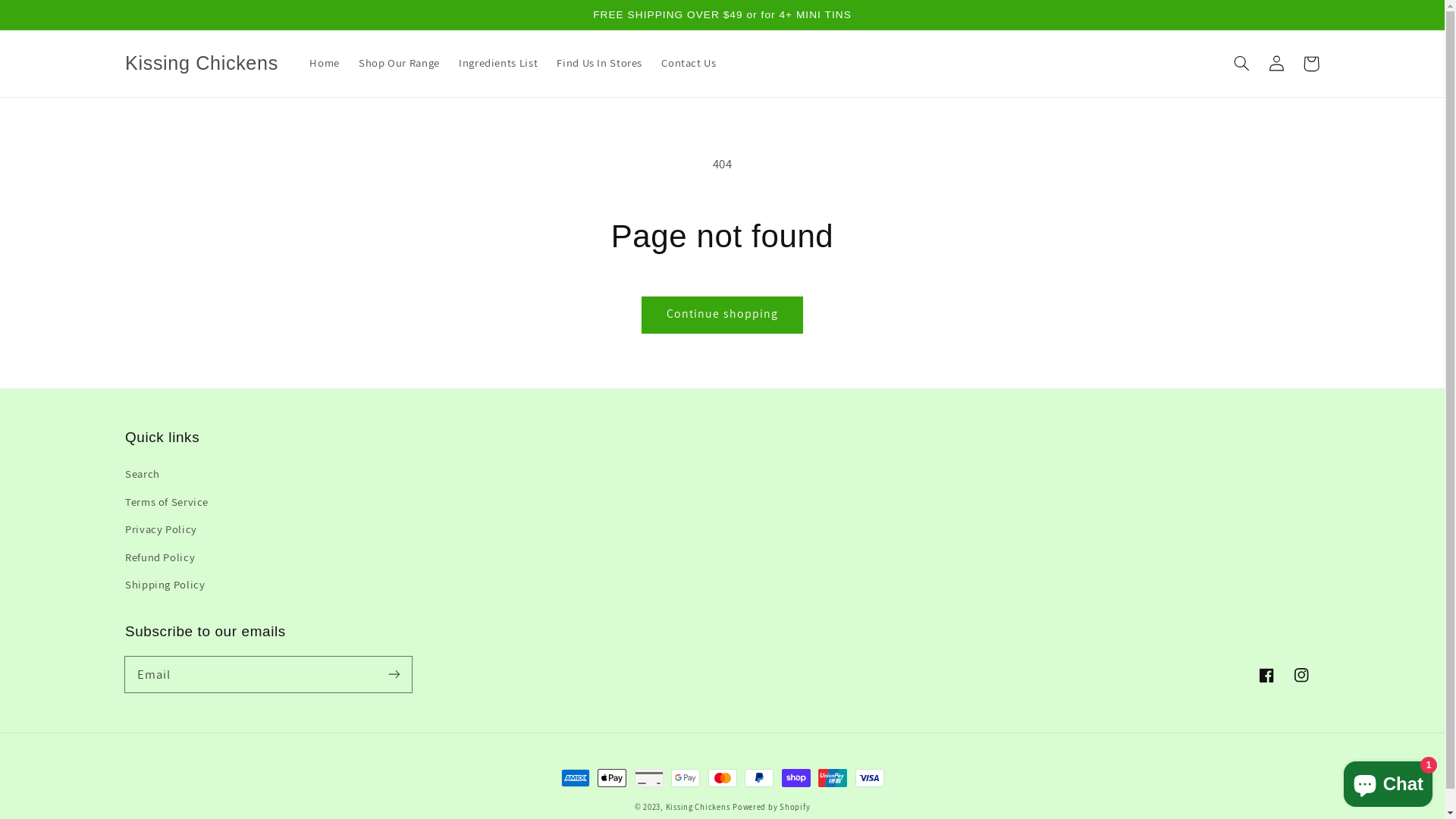 Image resolution: width=1456 pixels, height=819 pixels. What do you see at coordinates (160, 556) in the screenshot?
I see `'Refund Policy'` at bounding box center [160, 556].